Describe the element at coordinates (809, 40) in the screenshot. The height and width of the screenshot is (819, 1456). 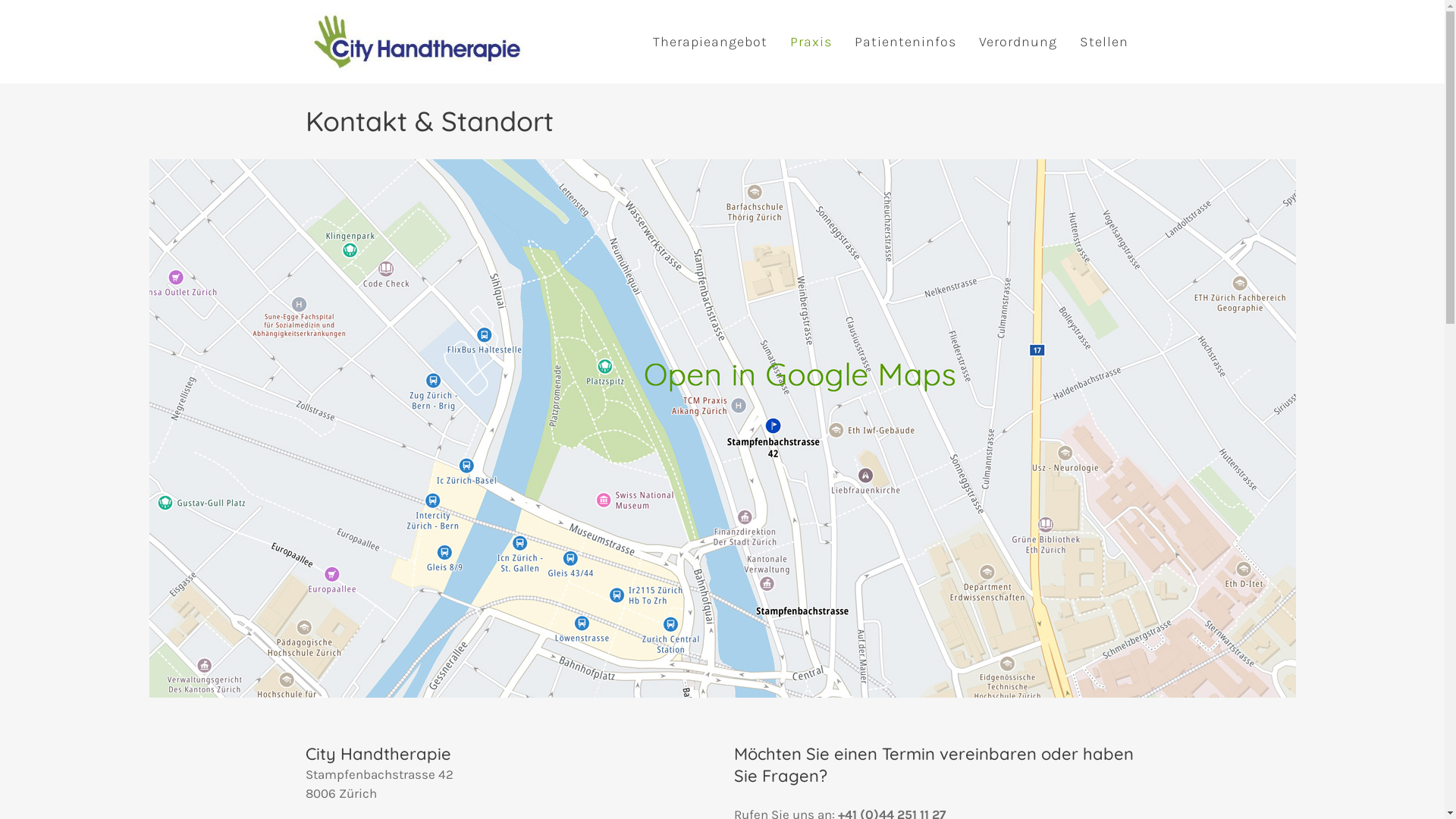
I see `'Praxis'` at that location.